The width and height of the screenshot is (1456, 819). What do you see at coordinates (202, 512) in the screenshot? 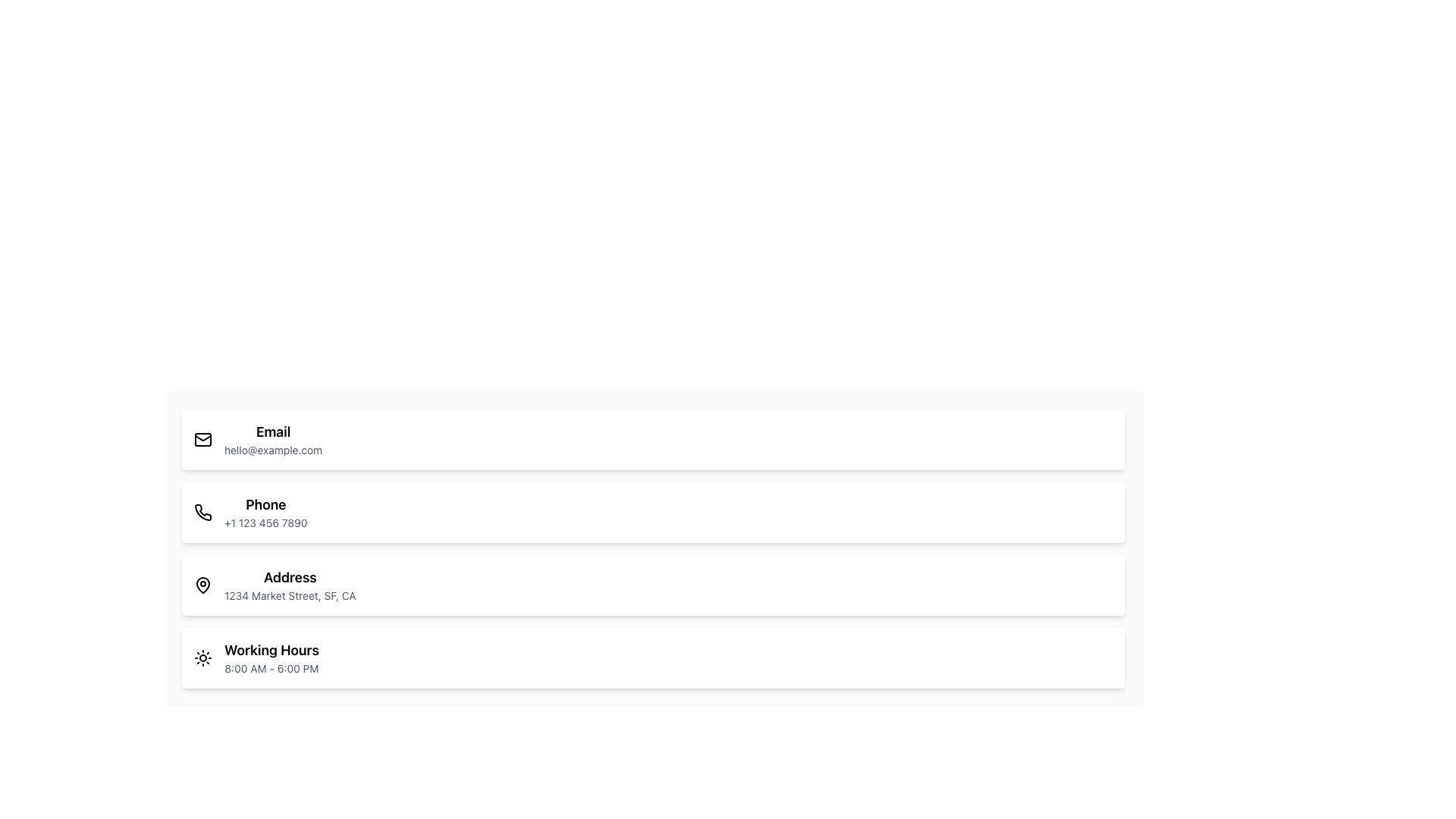
I see `the phone icon located in the second card from the top, which represents phone functionality and is positioned to the left of the text 'Phone' and the number '+1 123 456 7890'` at bounding box center [202, 512].